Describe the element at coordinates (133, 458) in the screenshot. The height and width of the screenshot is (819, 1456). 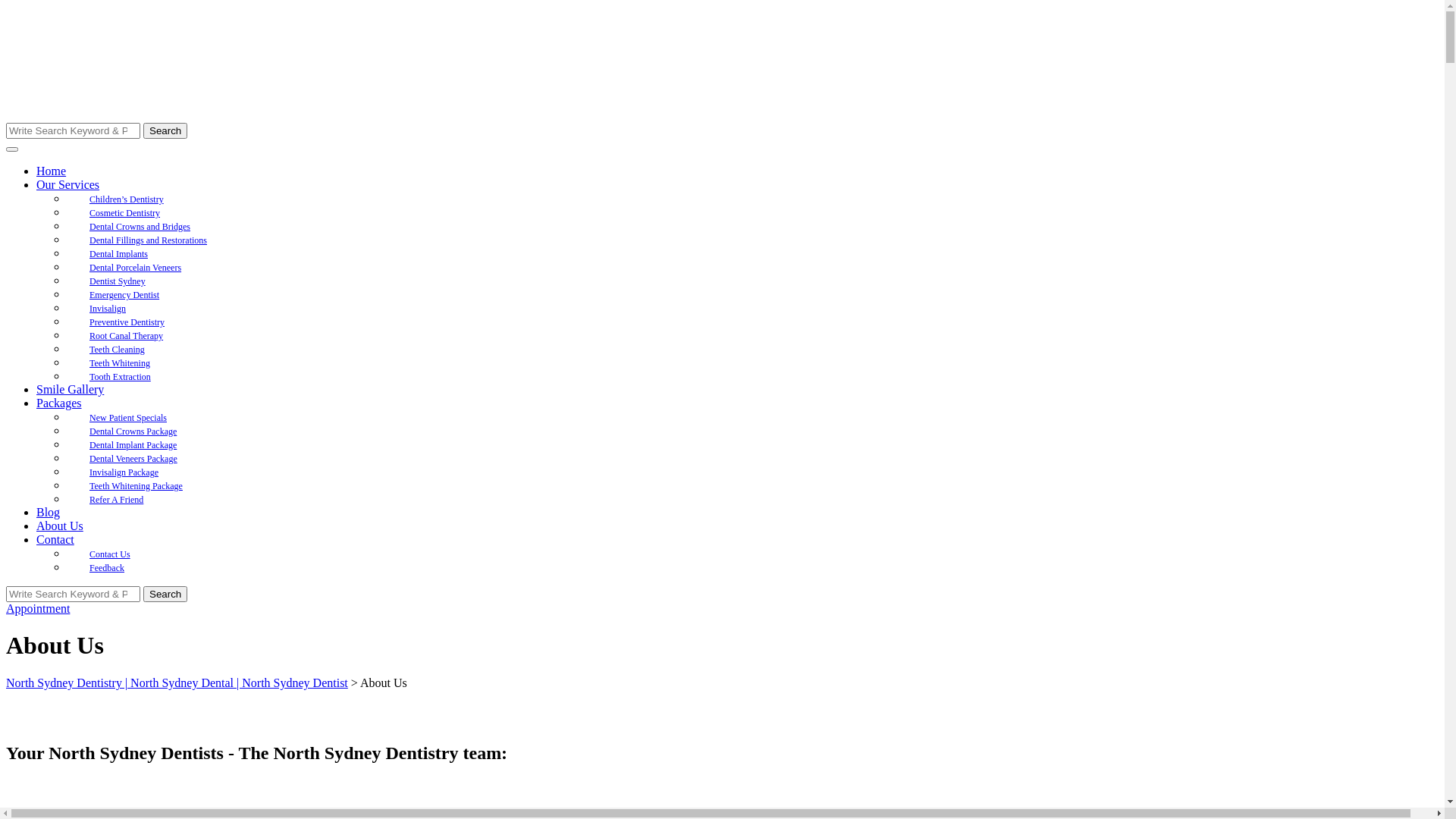
I see `'Dental Veneers Package'` at that location.